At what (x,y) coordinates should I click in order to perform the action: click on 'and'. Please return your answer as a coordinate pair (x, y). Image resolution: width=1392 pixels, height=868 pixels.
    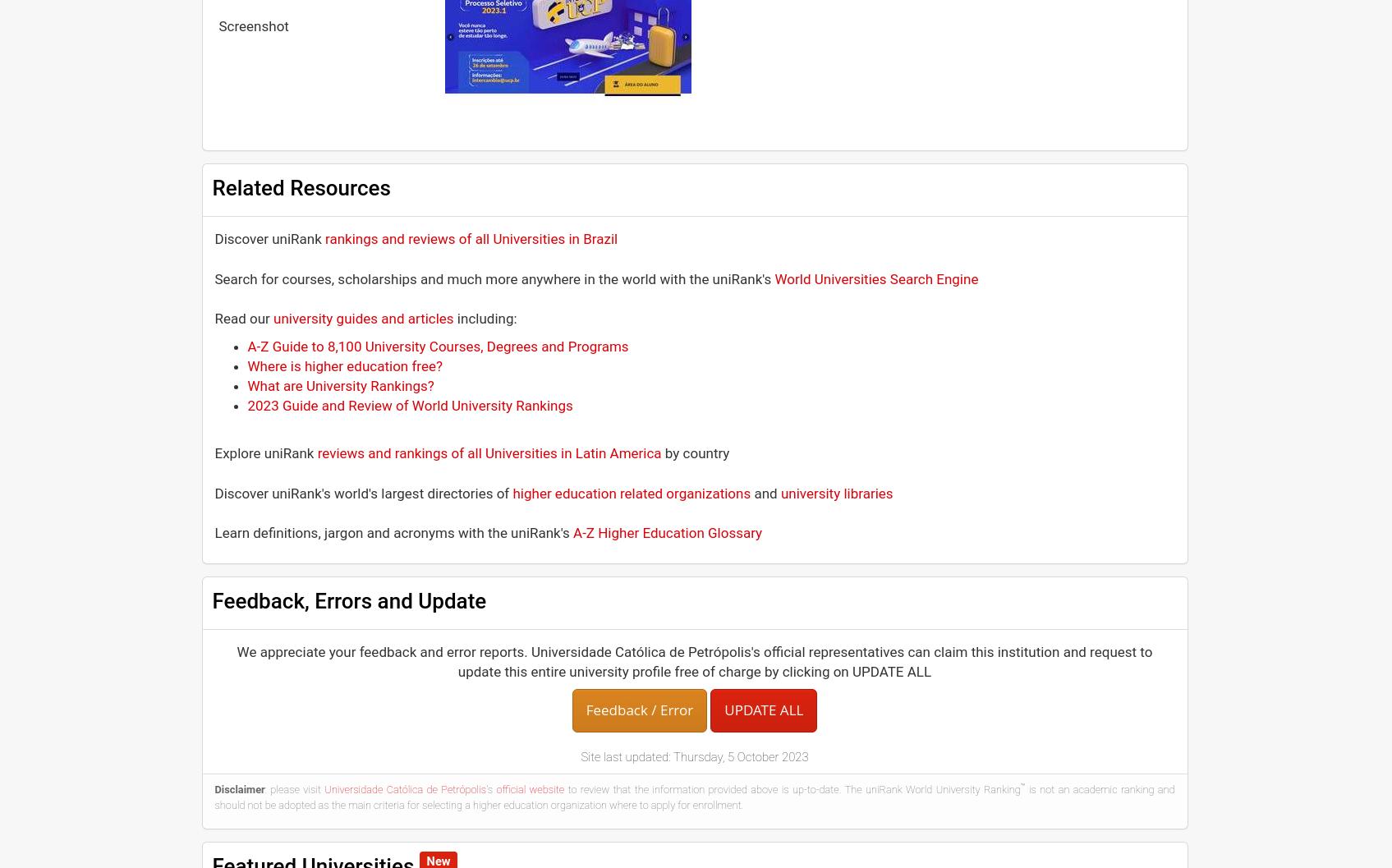
    Looking at the image, I should click on (765, 491).